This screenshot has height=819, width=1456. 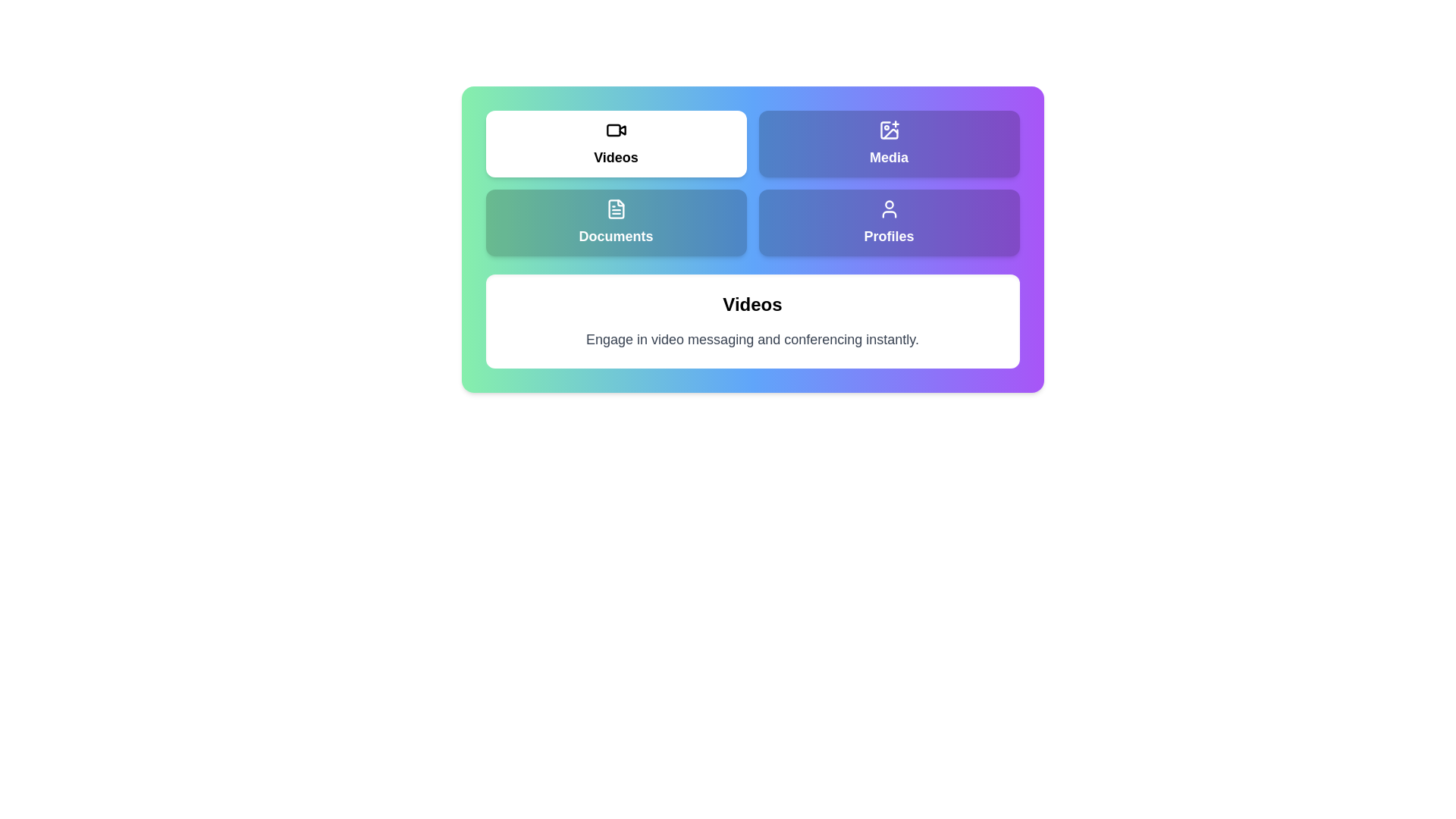 I want to click on the Profiles tab to view its content, so click(x=889, y=222).